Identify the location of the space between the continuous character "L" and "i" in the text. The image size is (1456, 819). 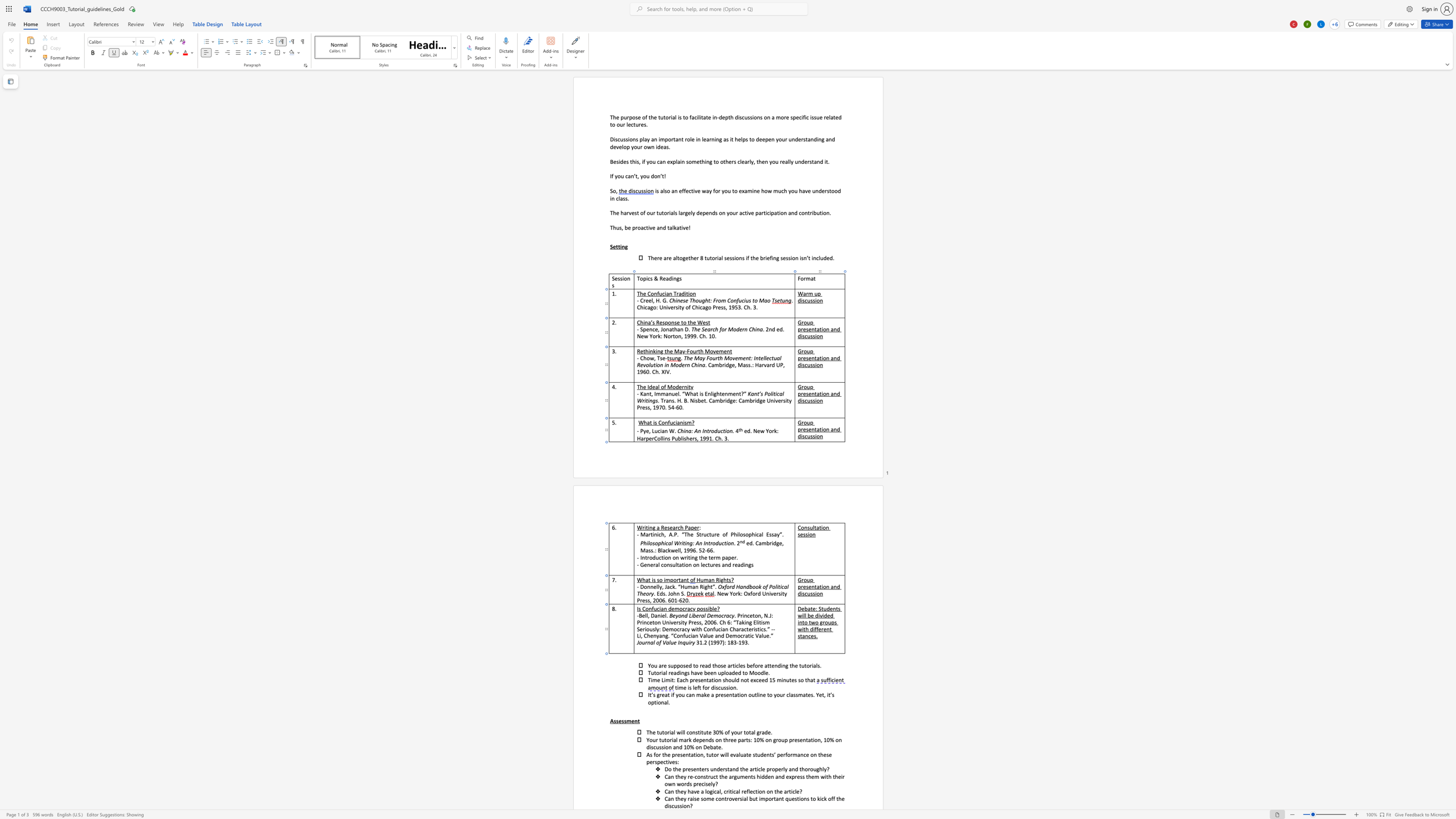
(691, 615).